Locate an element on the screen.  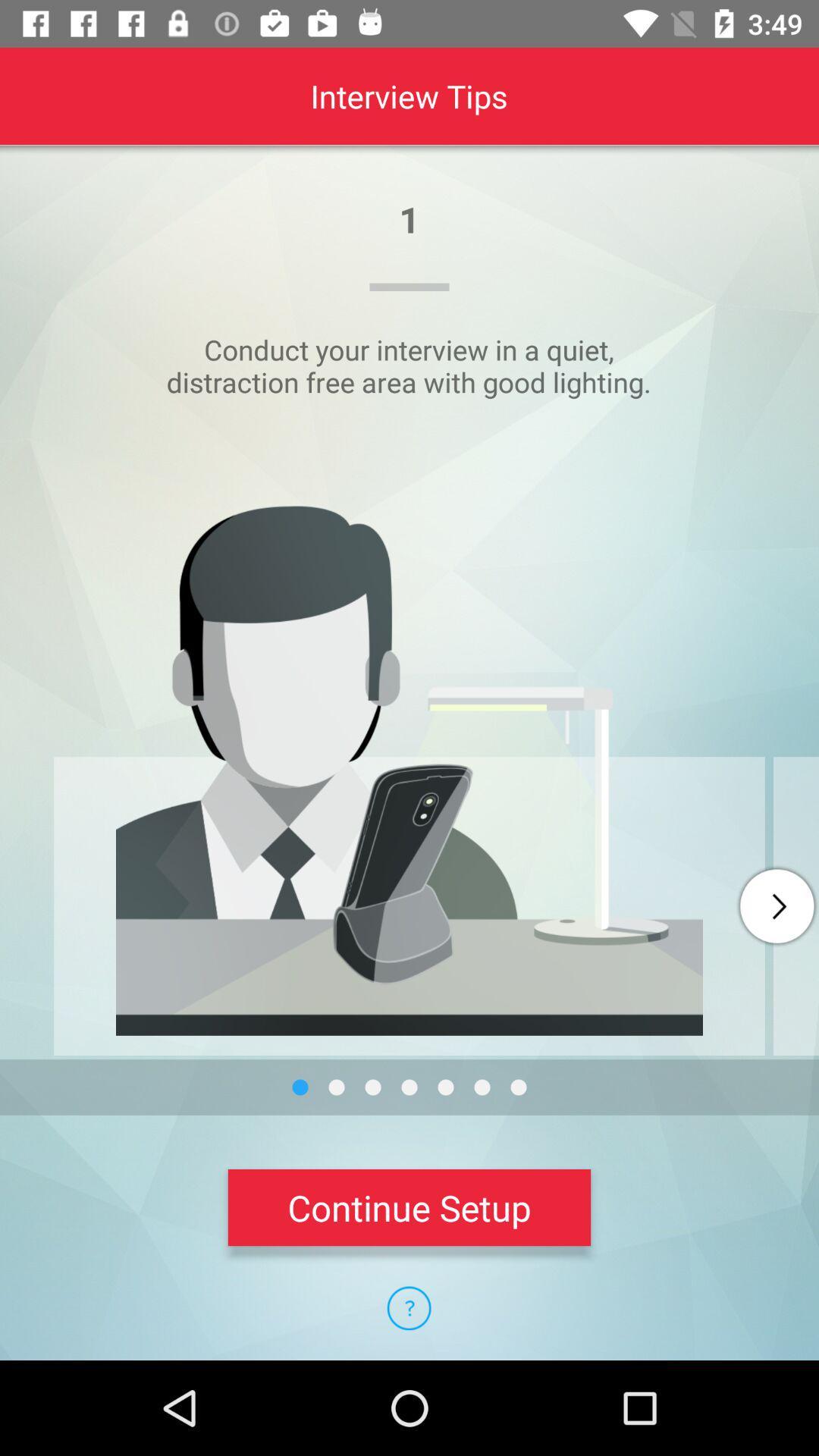
the help icon is located at coordinates (408, 1307).